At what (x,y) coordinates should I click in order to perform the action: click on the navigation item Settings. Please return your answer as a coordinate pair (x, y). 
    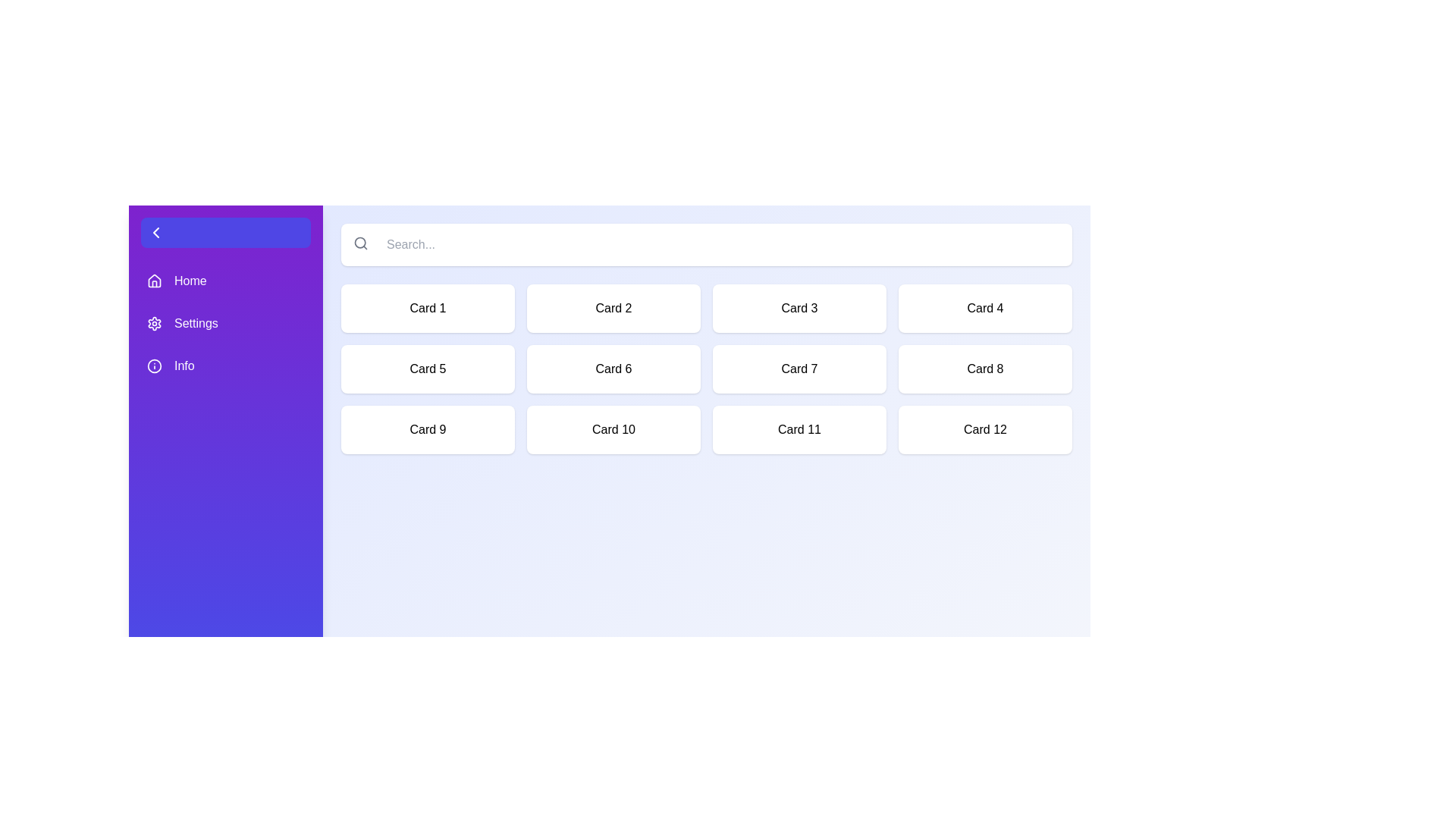
    Looking at the image, I should click on (224, 323).